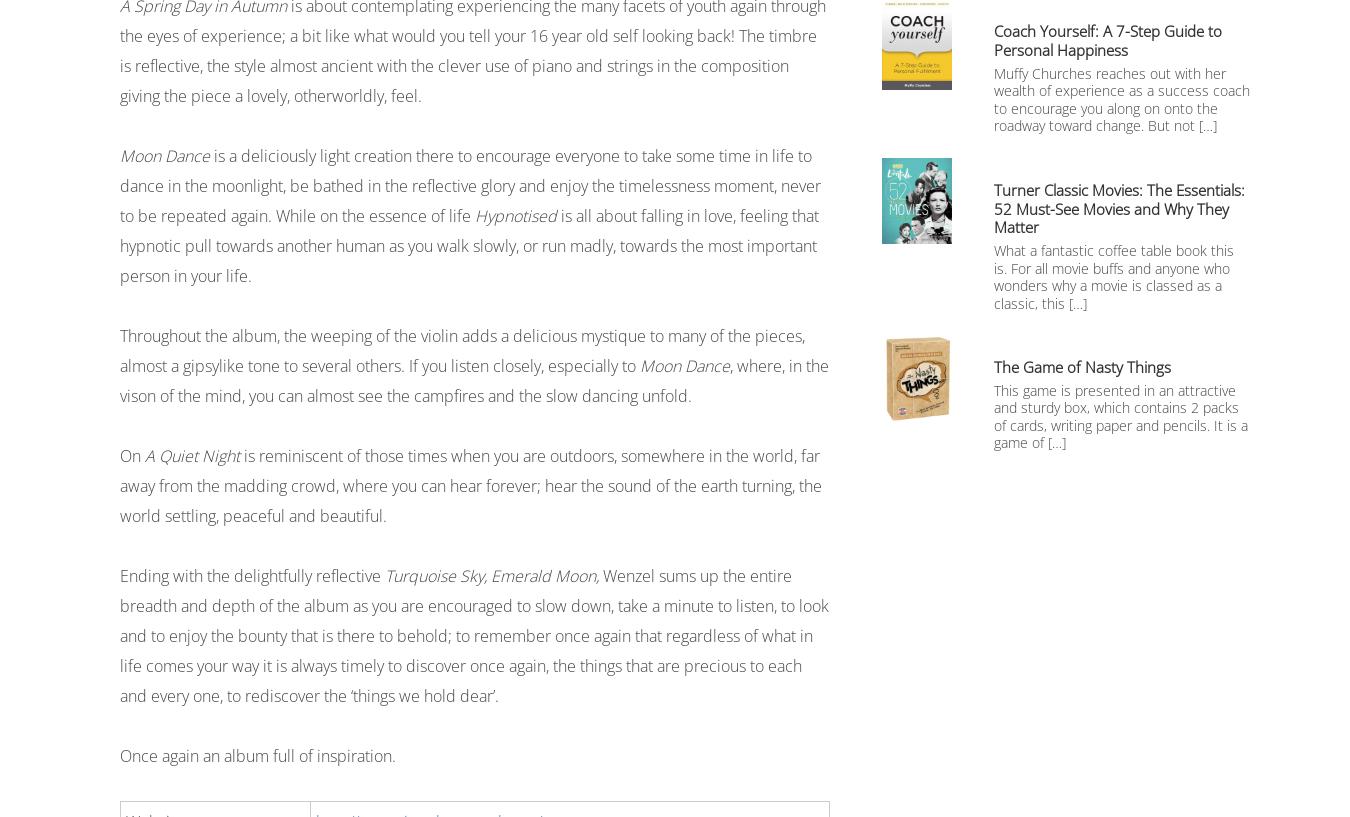  I want to click on 'What a fantastic coffee table book this is. For all movie buffs and anyone who wonders why a movie is classed as a classic, this […]', so click(1114, 276).